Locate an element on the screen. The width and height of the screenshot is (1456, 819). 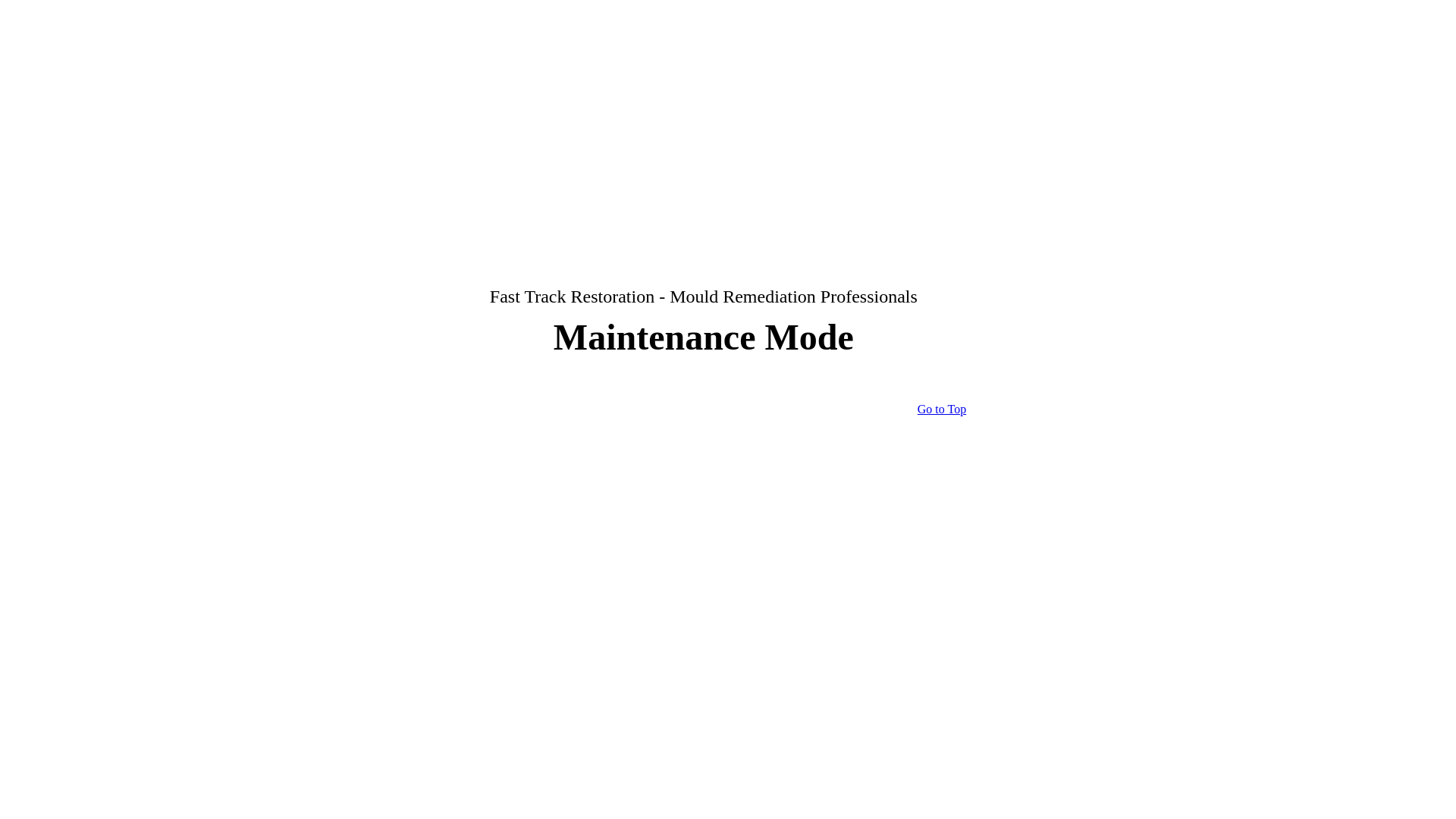
'Go to Top' is located at coordinates (941, 408).